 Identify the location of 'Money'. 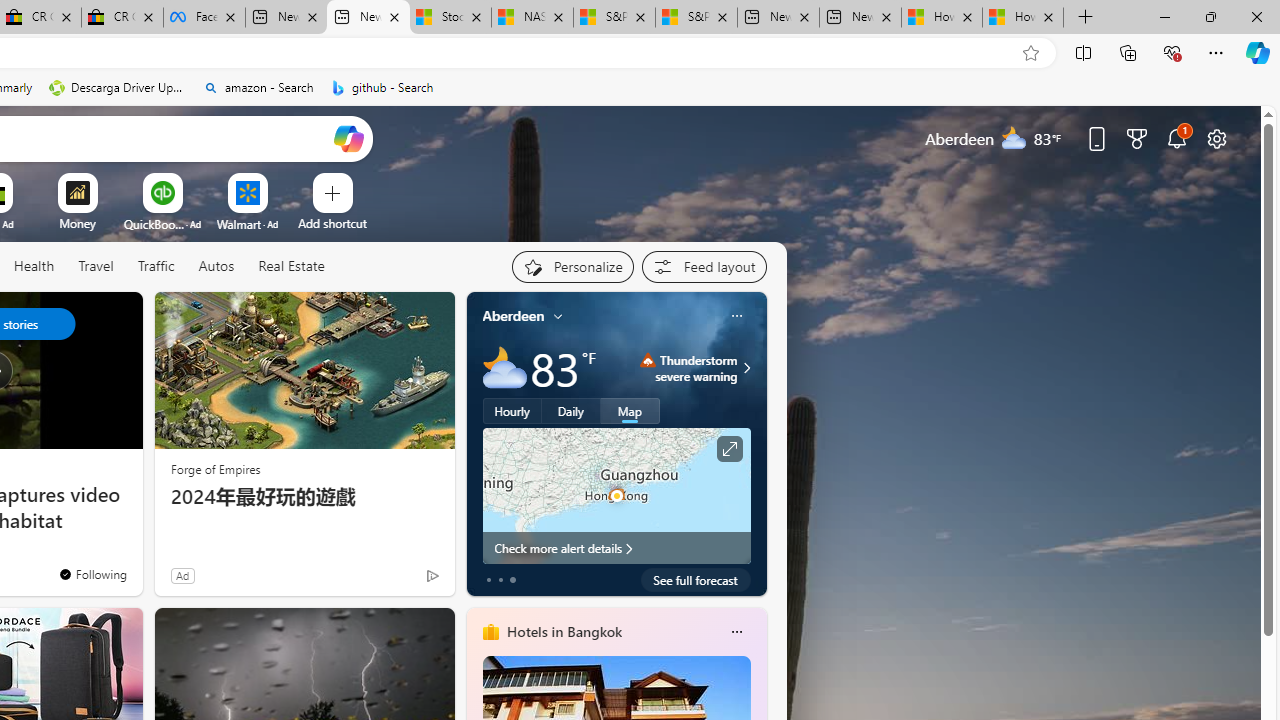
(77, 223).